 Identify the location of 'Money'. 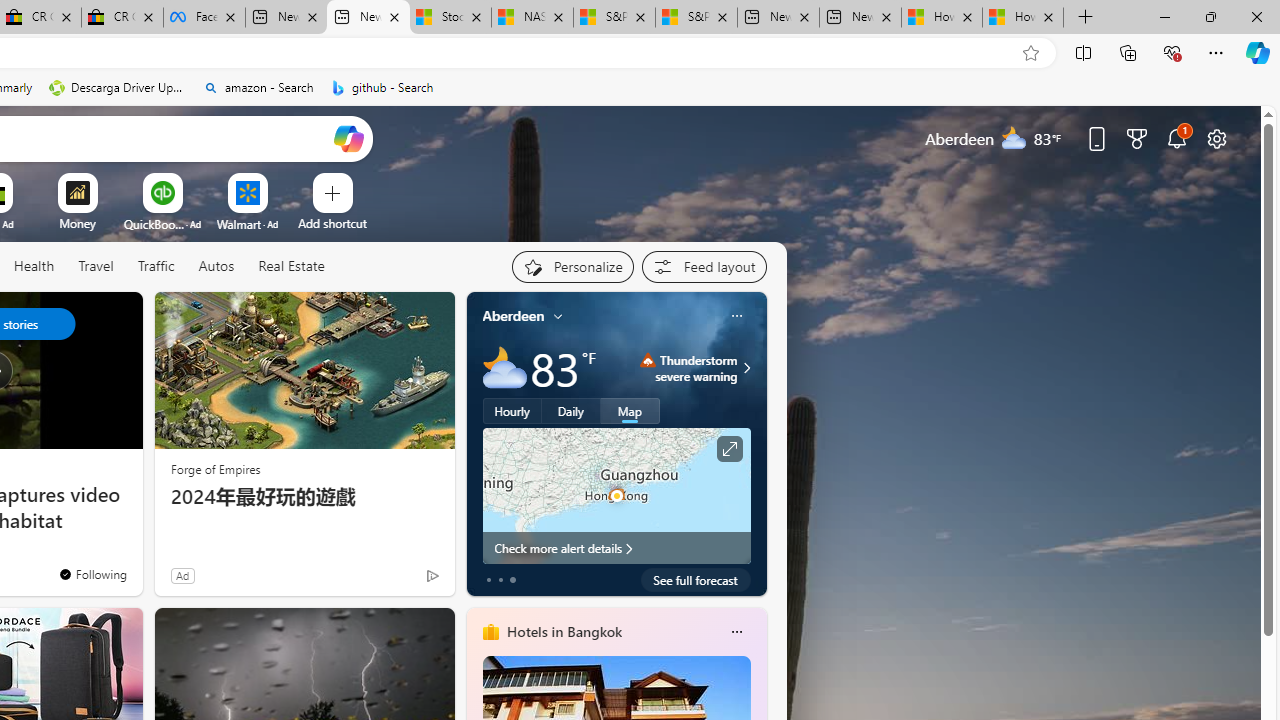
(77, 223).